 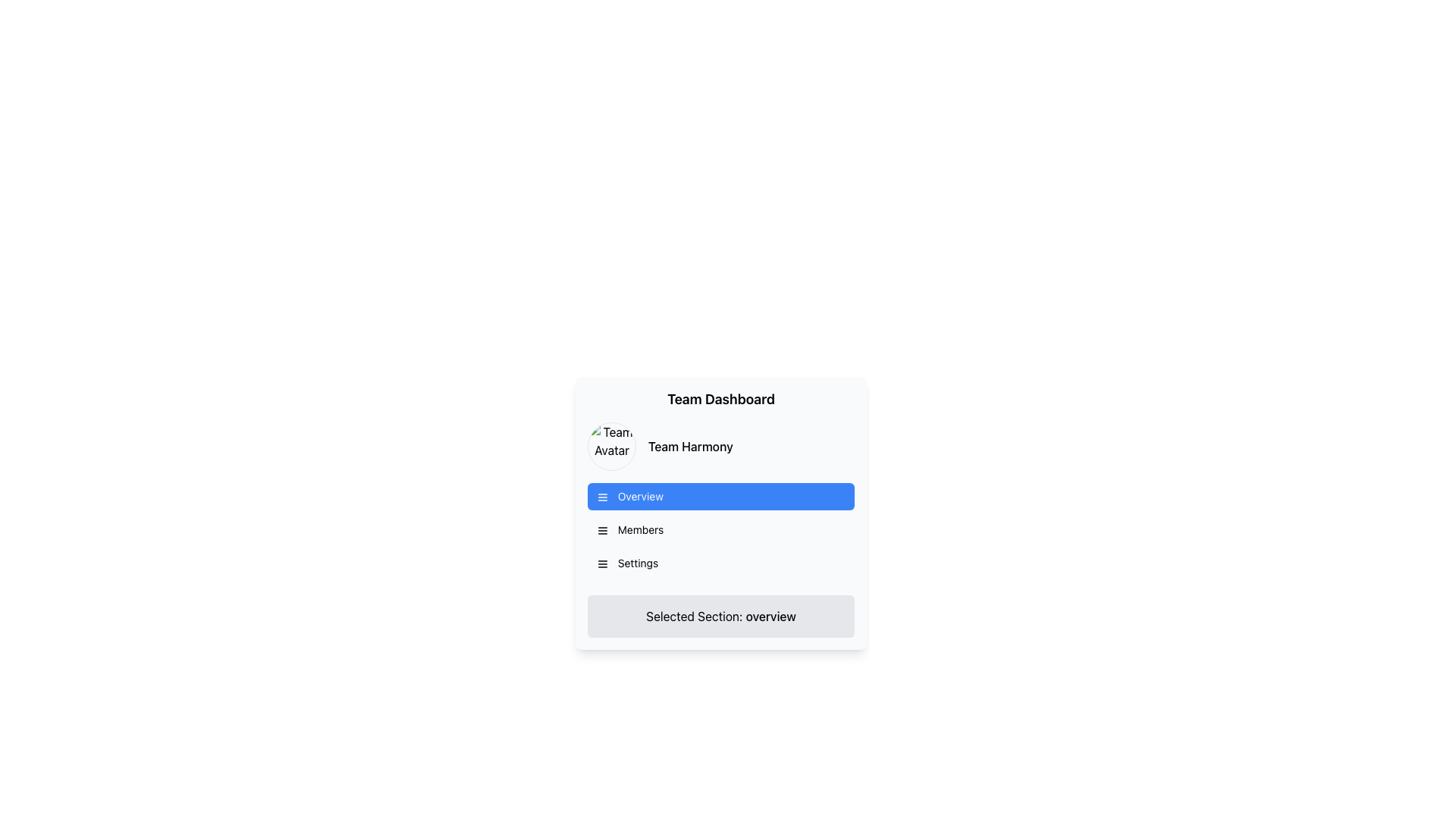 I want to click on the text label displaying 'overview' located at the bottom of a light gray rectangular box with rounded corners that contains the text 'Selected Section: overview', so click(x=770, y=617).